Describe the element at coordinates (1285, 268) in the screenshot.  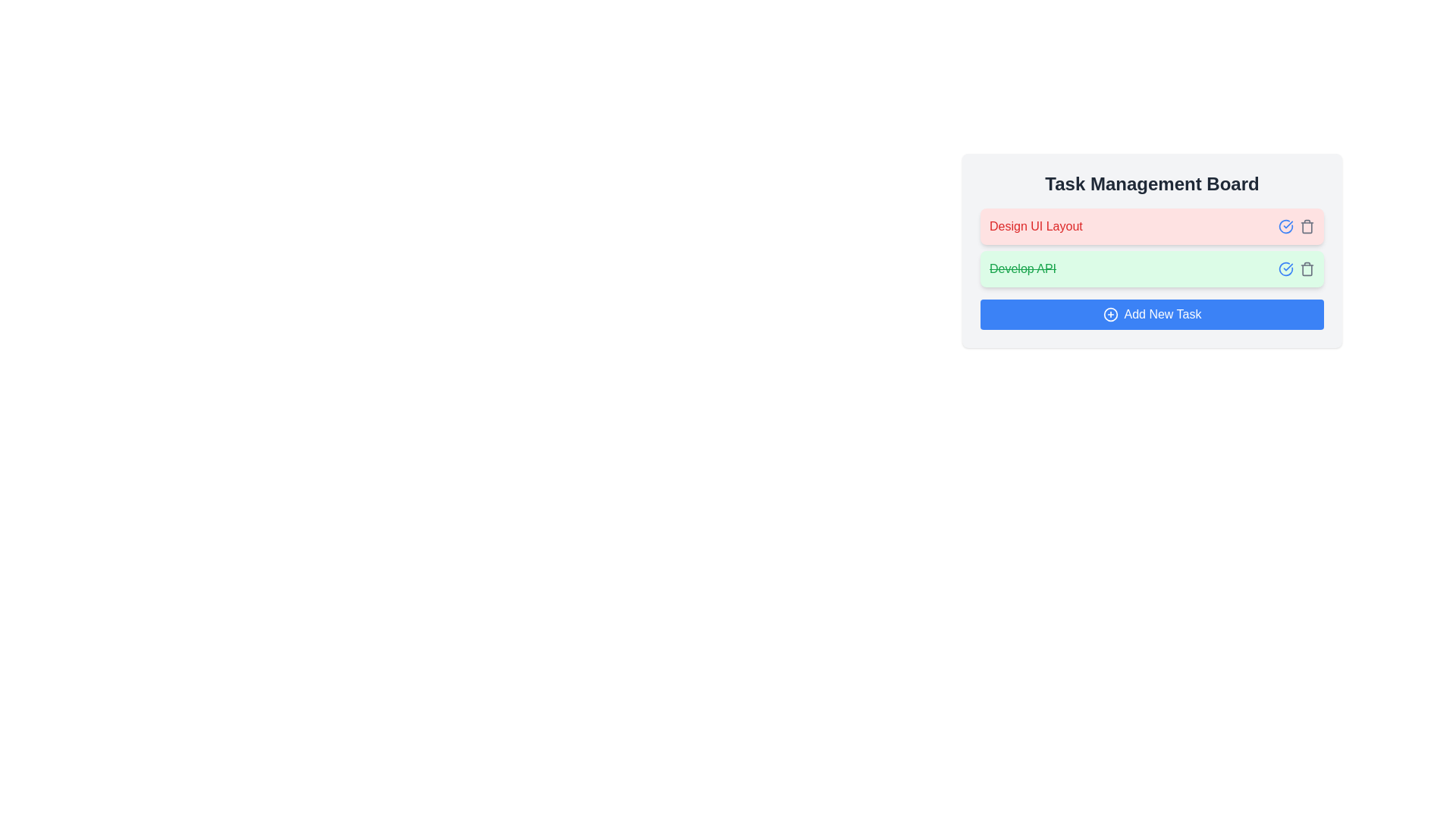
I see `the circular confirmation button with a blue stroke and checkmark inside, located in the top-right corner of the green-highlighted task item labeled 'Develop API'` at that location.